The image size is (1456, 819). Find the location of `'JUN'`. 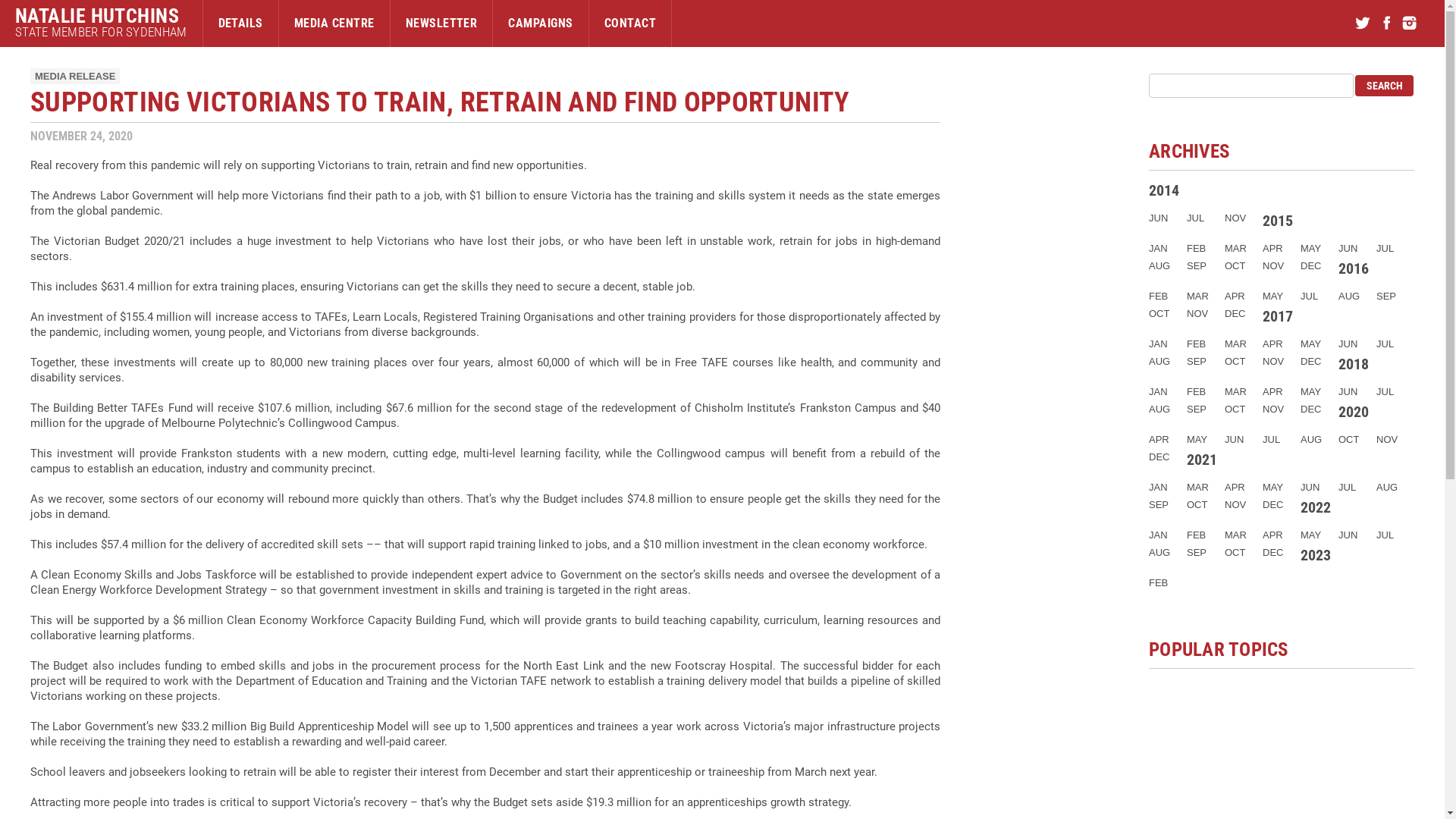

'JUN' is located at coordinates (1348, 247).